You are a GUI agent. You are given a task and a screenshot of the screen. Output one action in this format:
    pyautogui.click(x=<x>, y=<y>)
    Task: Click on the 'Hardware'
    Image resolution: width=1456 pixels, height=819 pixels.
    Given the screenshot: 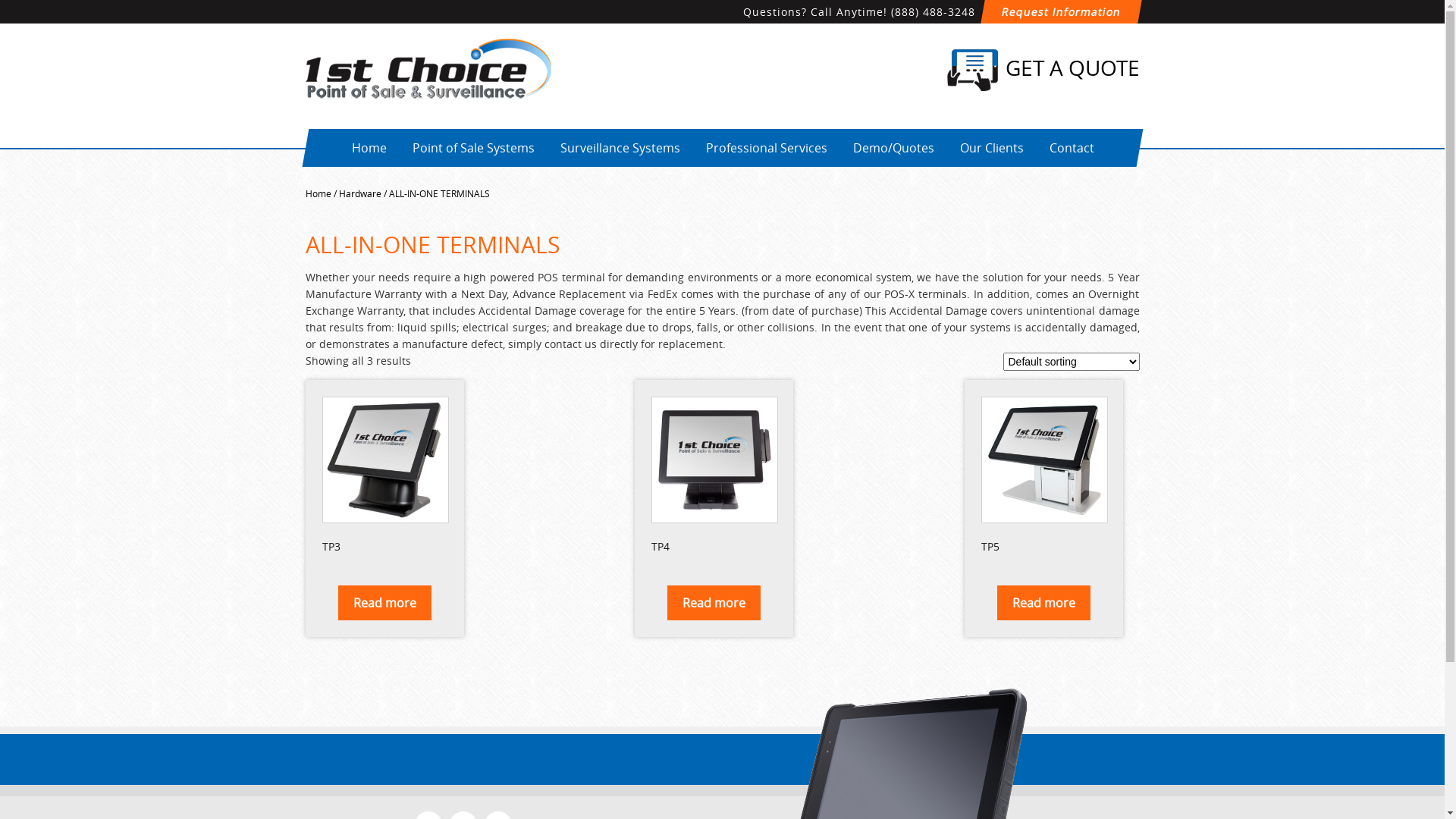 What is the action you would take?
    pyautogui.click(x=359, y=192)
    